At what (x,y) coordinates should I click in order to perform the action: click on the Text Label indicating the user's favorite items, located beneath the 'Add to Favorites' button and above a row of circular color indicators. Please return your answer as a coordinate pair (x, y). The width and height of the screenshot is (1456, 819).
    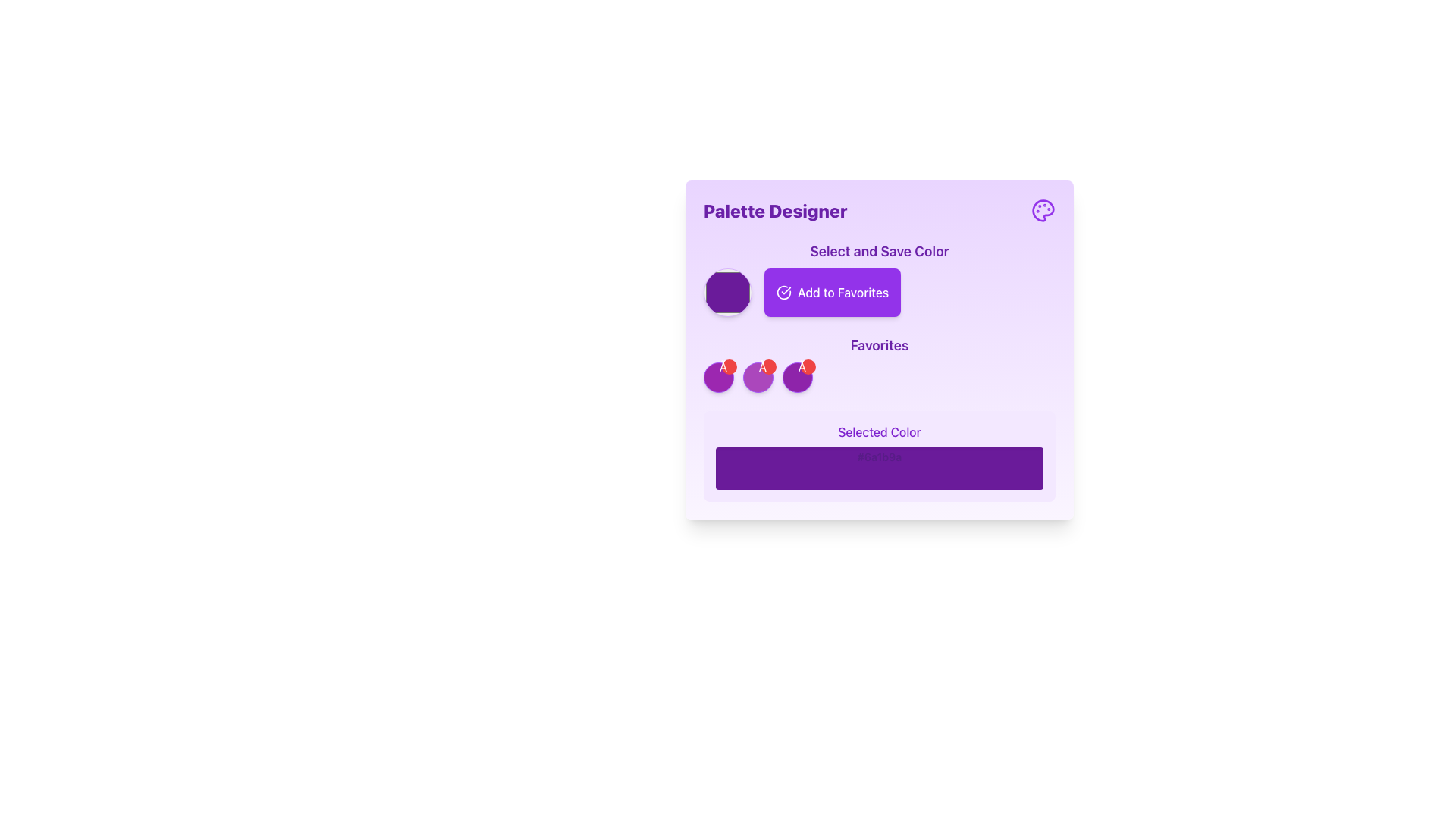
    Looking at the image, I should click on (880, 345).